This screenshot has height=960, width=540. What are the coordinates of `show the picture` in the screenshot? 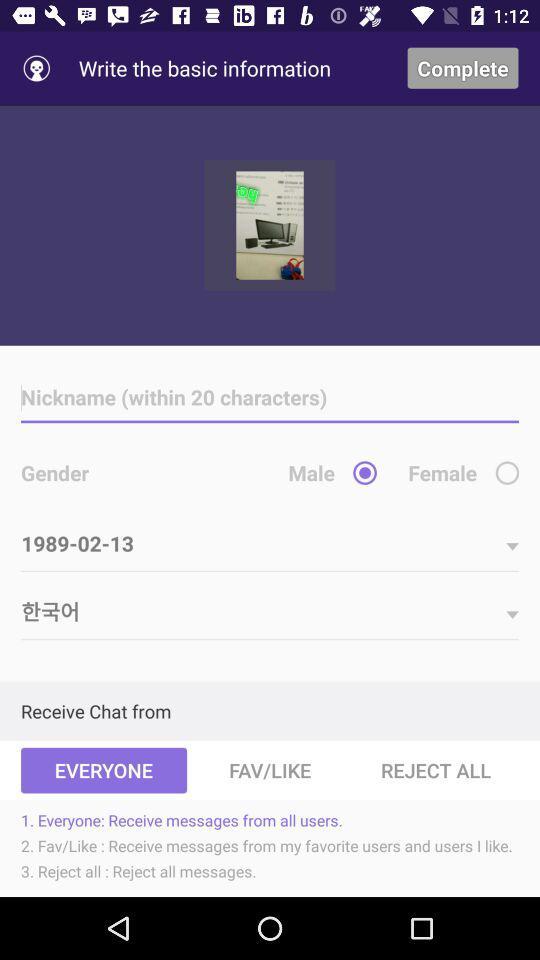 It's located at (270, 225).